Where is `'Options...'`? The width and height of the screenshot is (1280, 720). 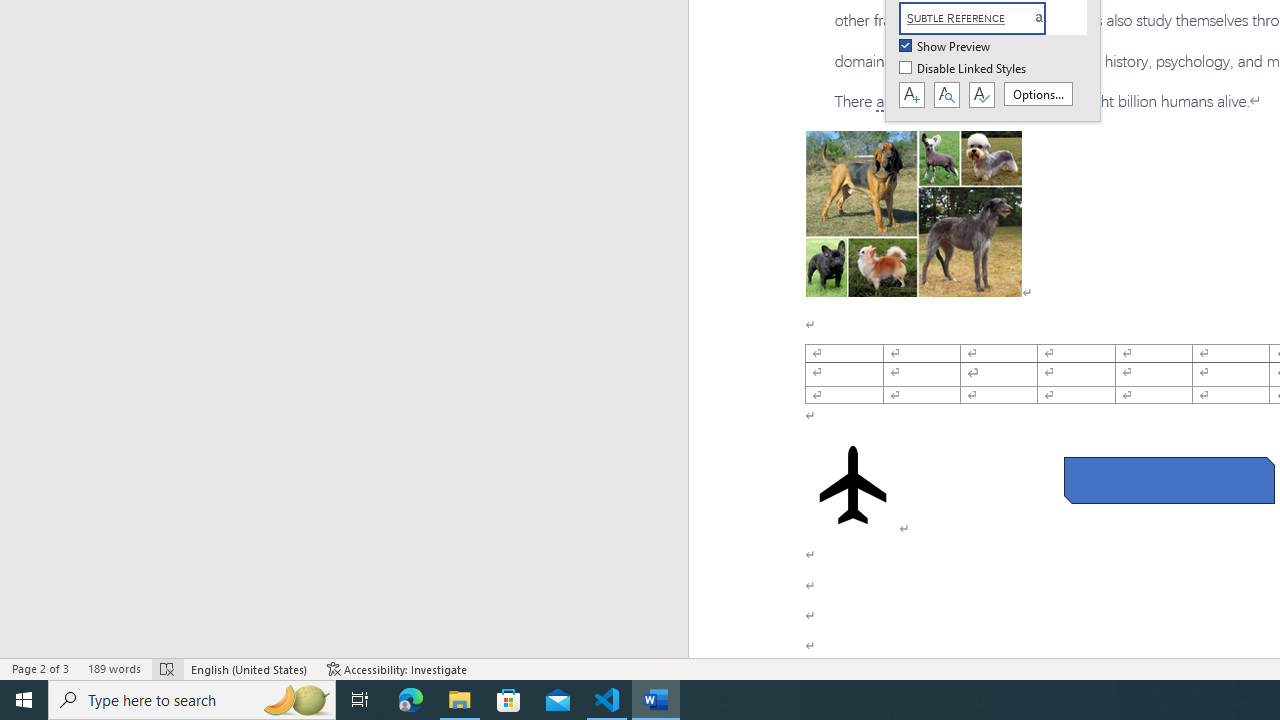 'Options...' is located at coordinates (1038, 93).